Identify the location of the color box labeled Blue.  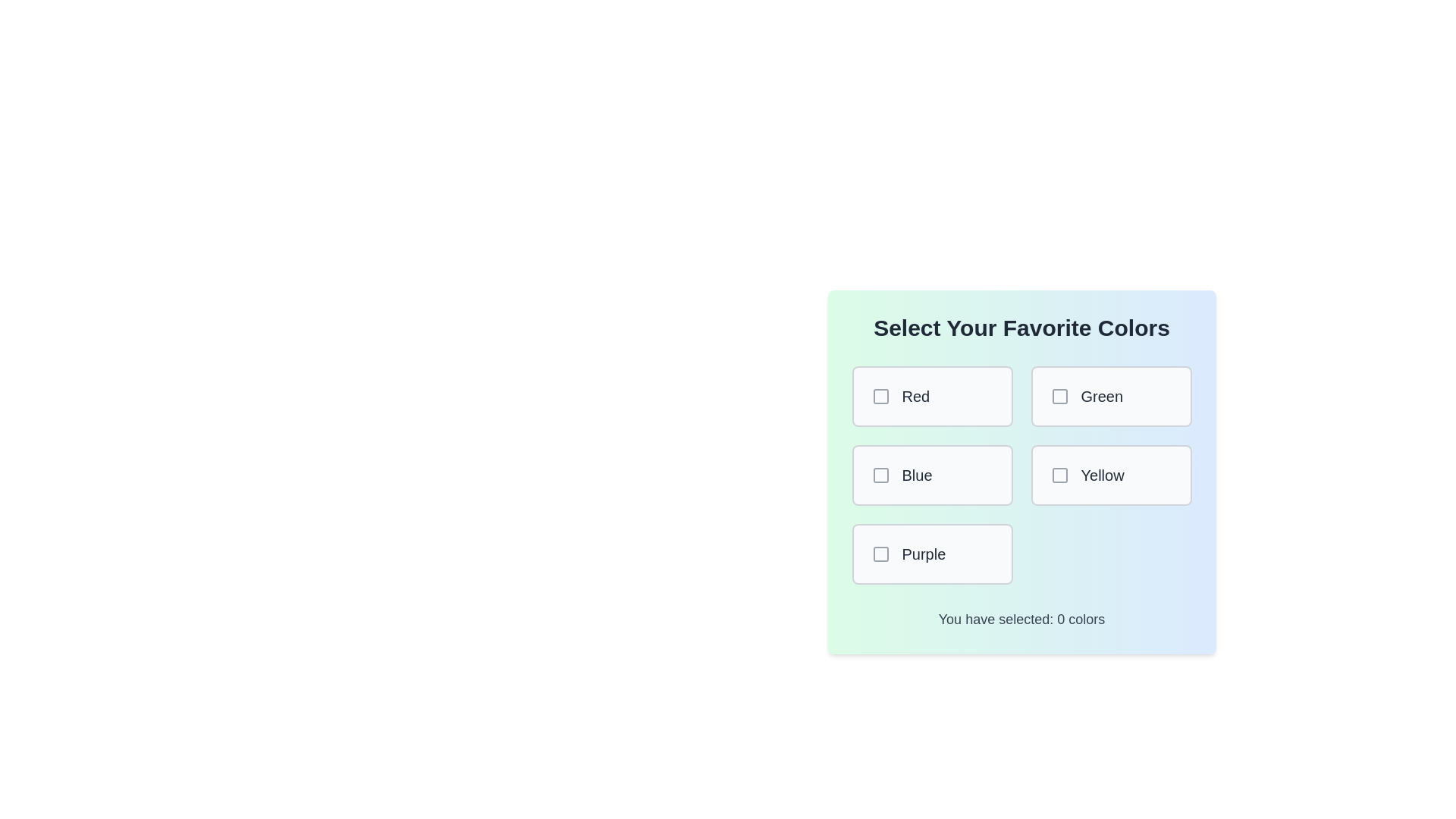
(931, 475).